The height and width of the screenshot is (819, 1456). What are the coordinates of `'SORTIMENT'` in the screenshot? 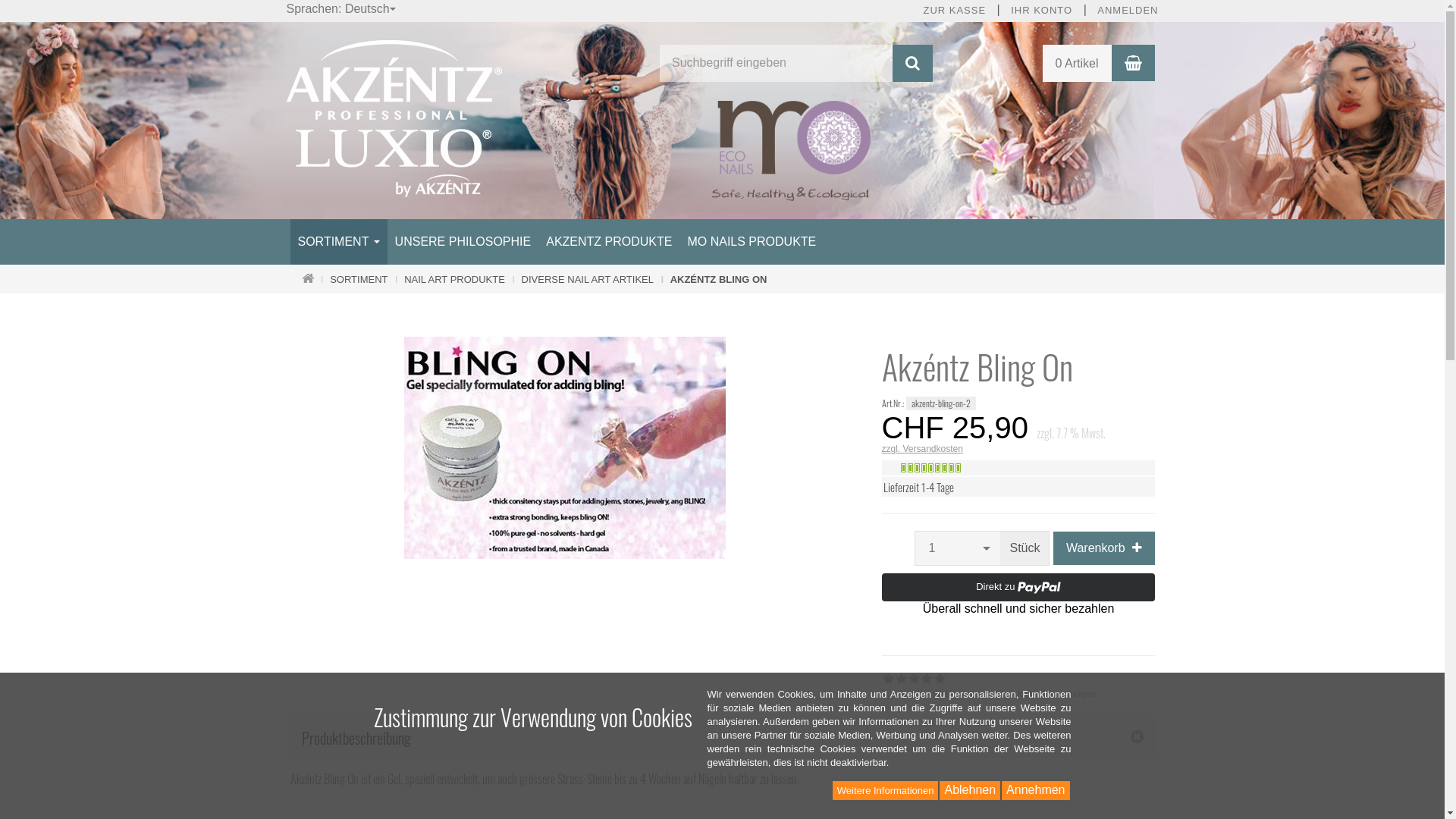 It's located at (329, 279).